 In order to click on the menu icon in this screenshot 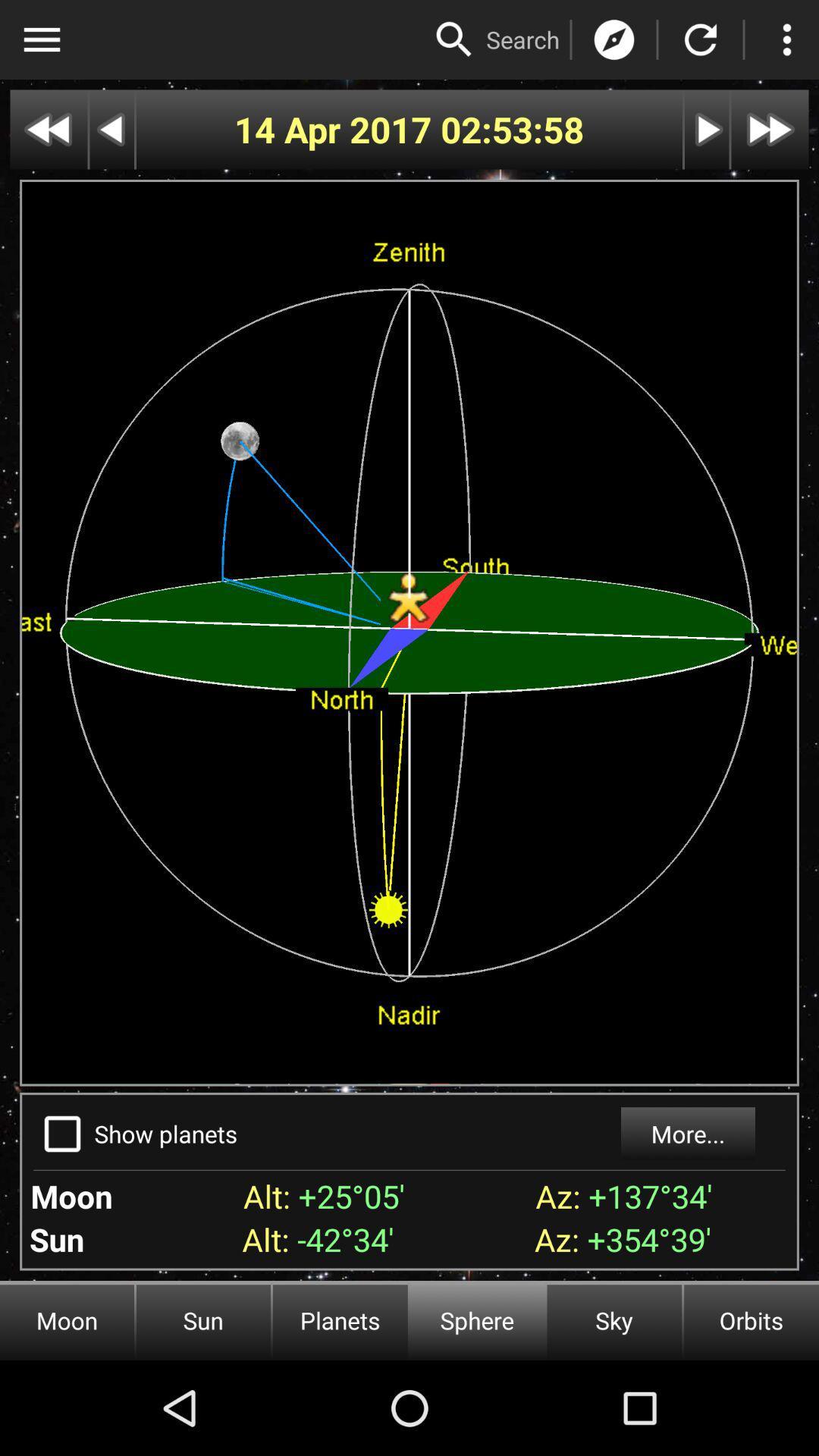, I will do `click(41, 39)`.